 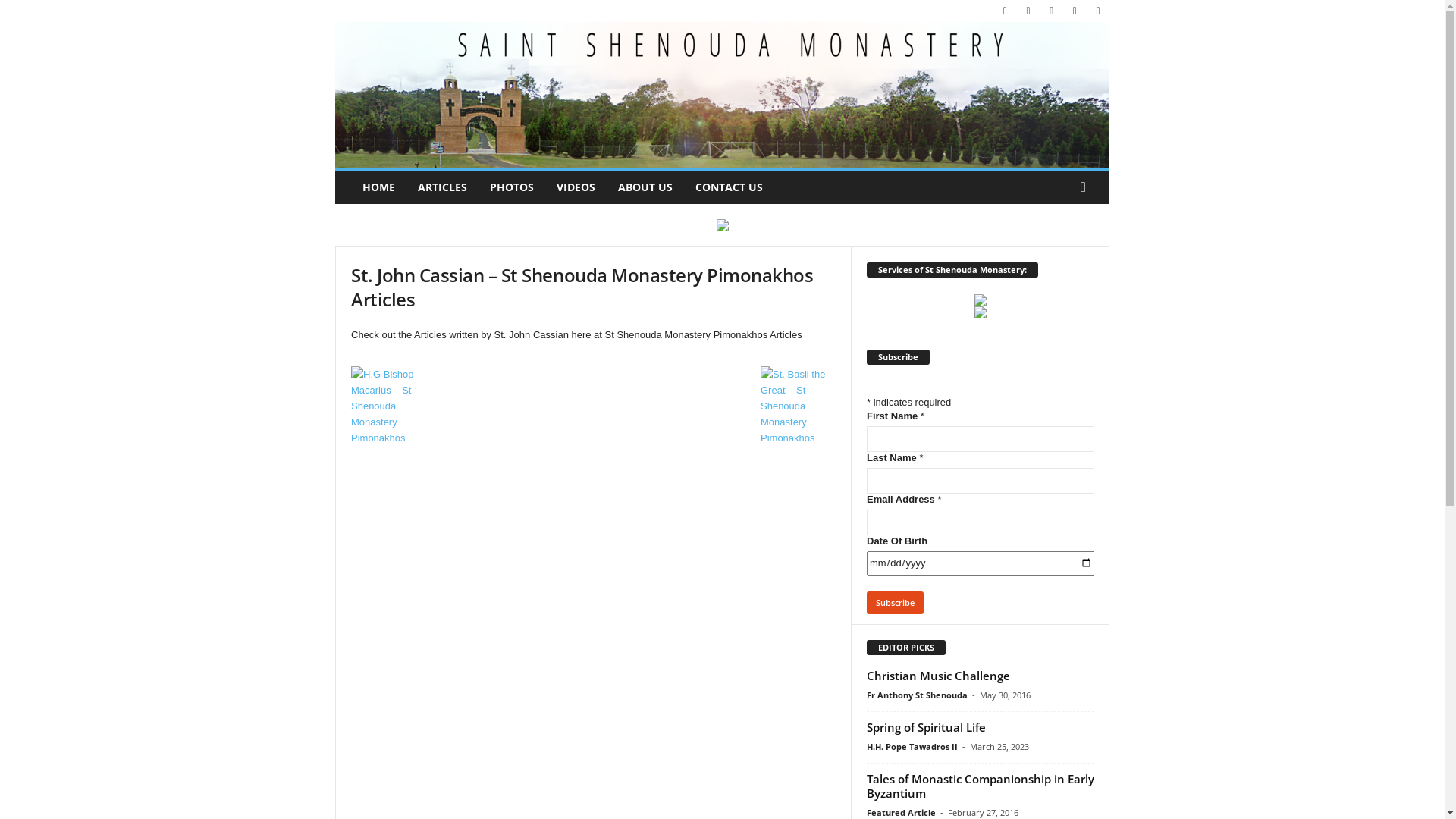 What do you see at coordinates (378, 186) in the screenshot?
I see `'HOME'` at bounding box center [378, 186].